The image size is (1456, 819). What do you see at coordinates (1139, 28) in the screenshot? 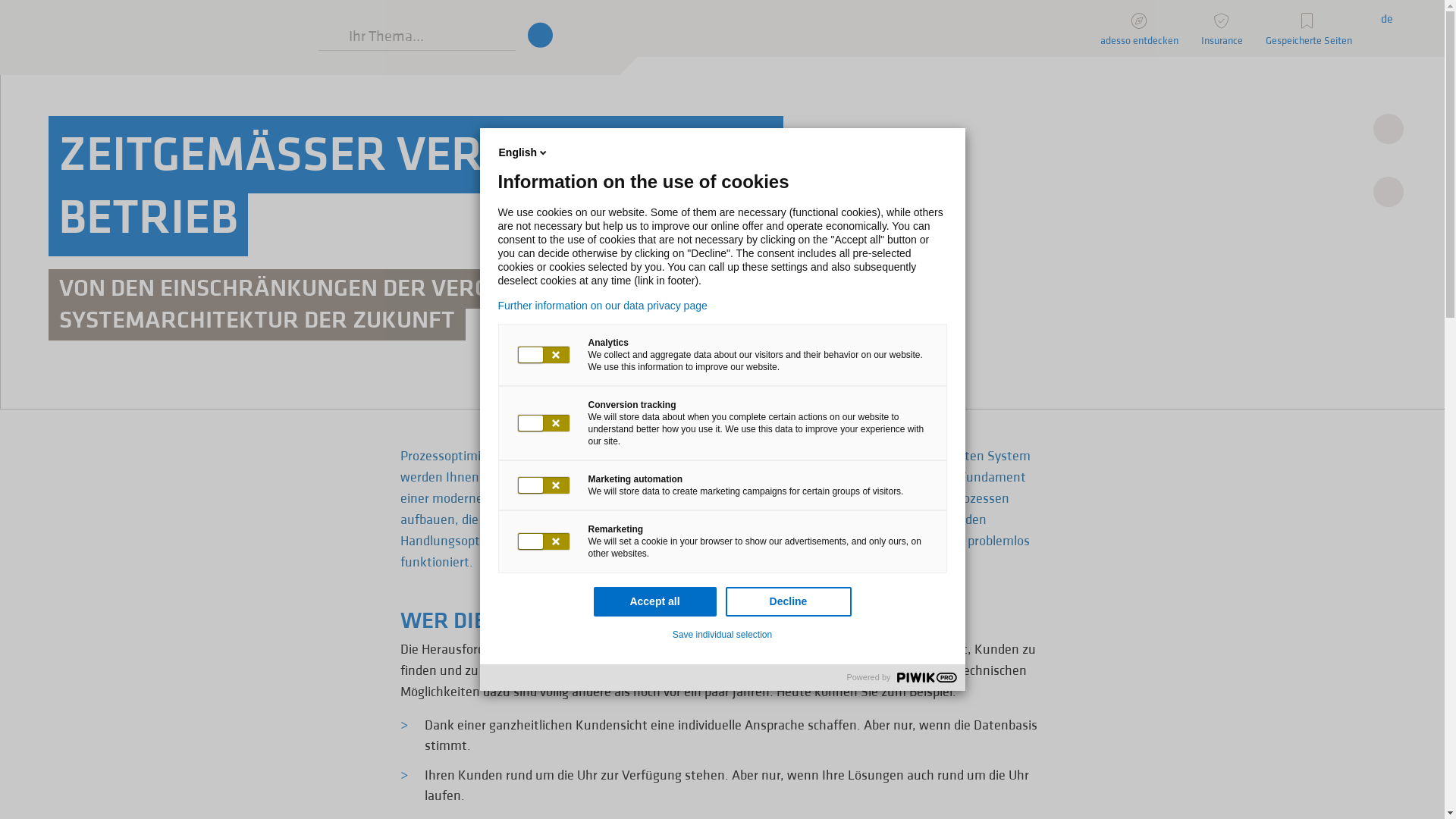
I see `'adesso entdecken'` at bounding box center [1139, 28].